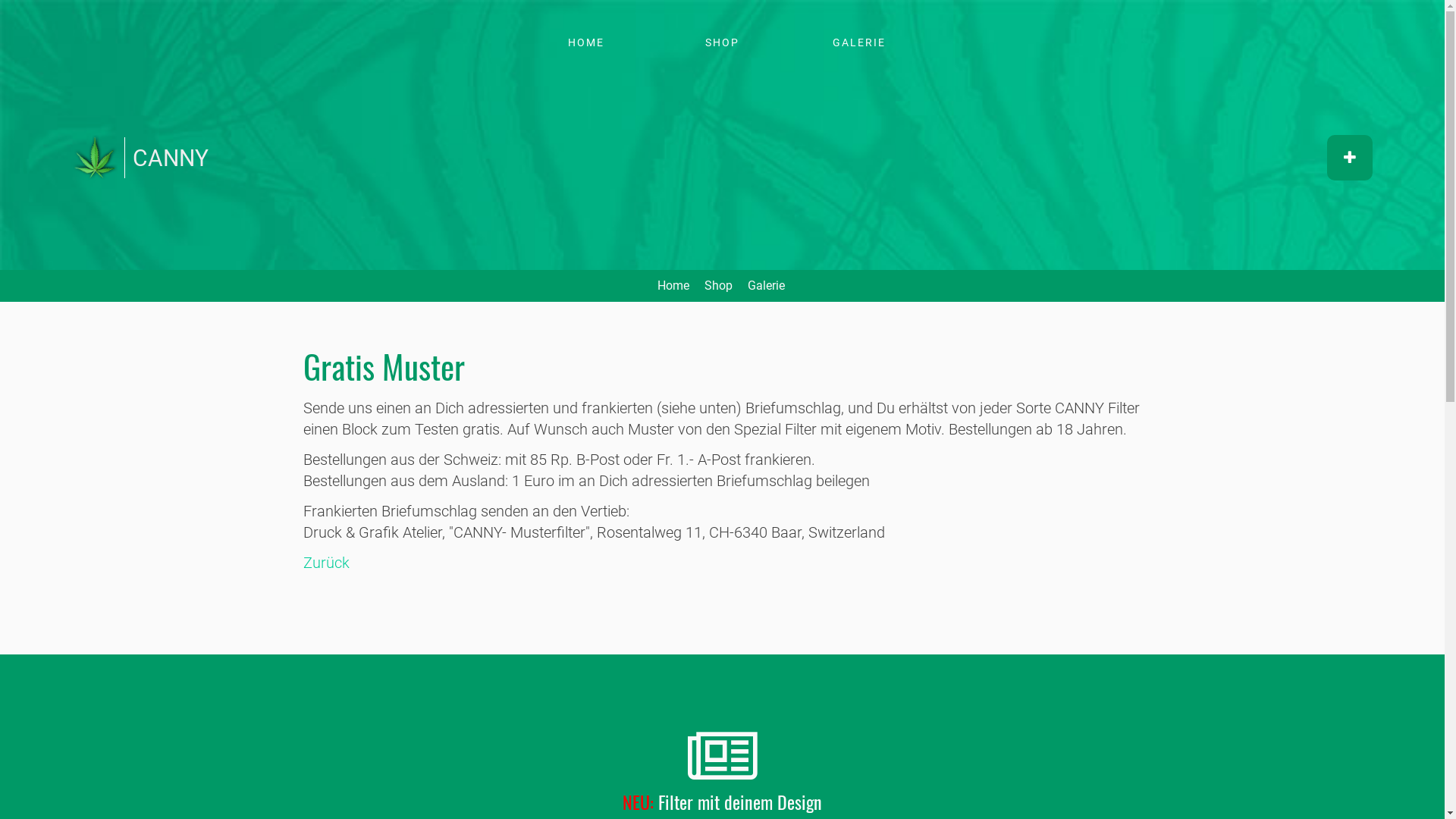 Image resolution: width=1456 pixels, height=819 pixels. What do you see at coordinates (702, 285) in the screenshot?
I see `'Shop'` at bounding box center [702, 285].